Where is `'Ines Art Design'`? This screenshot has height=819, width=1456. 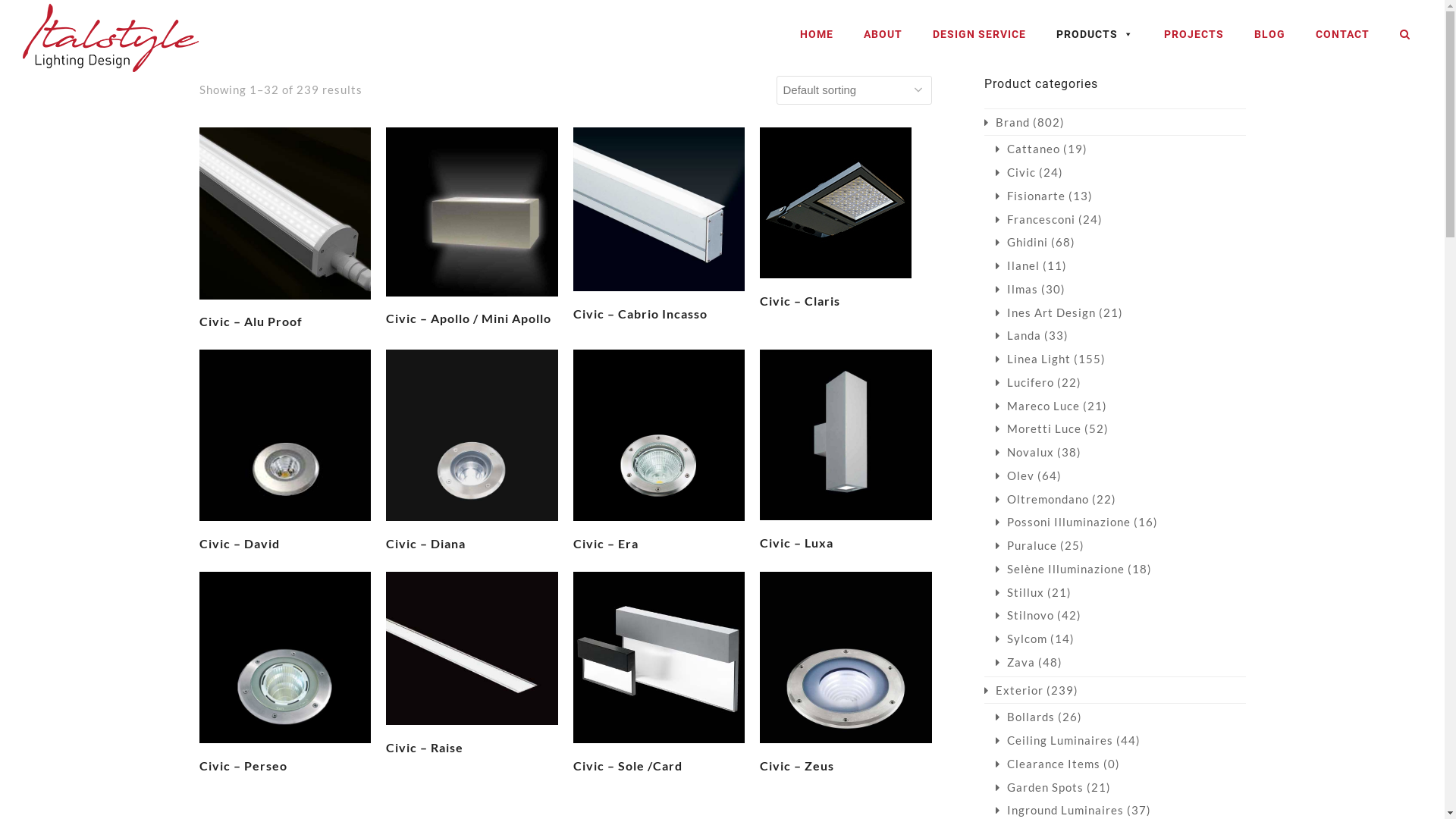 'Ines Art Design' is located at coordinates (994, 312).